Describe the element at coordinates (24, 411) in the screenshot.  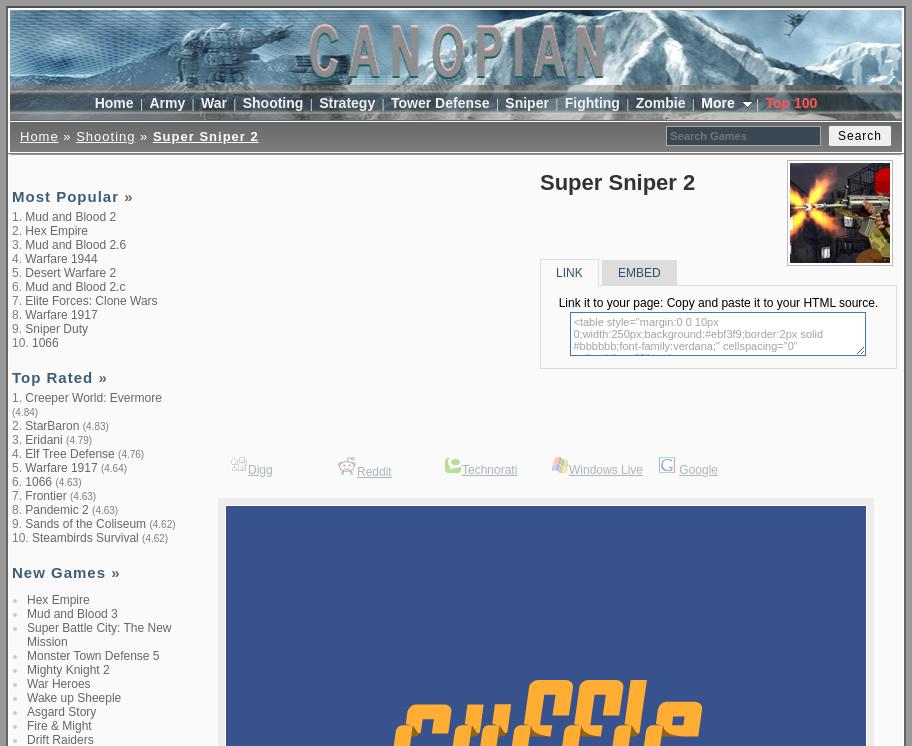
I see `'(4.84)'` at that location.